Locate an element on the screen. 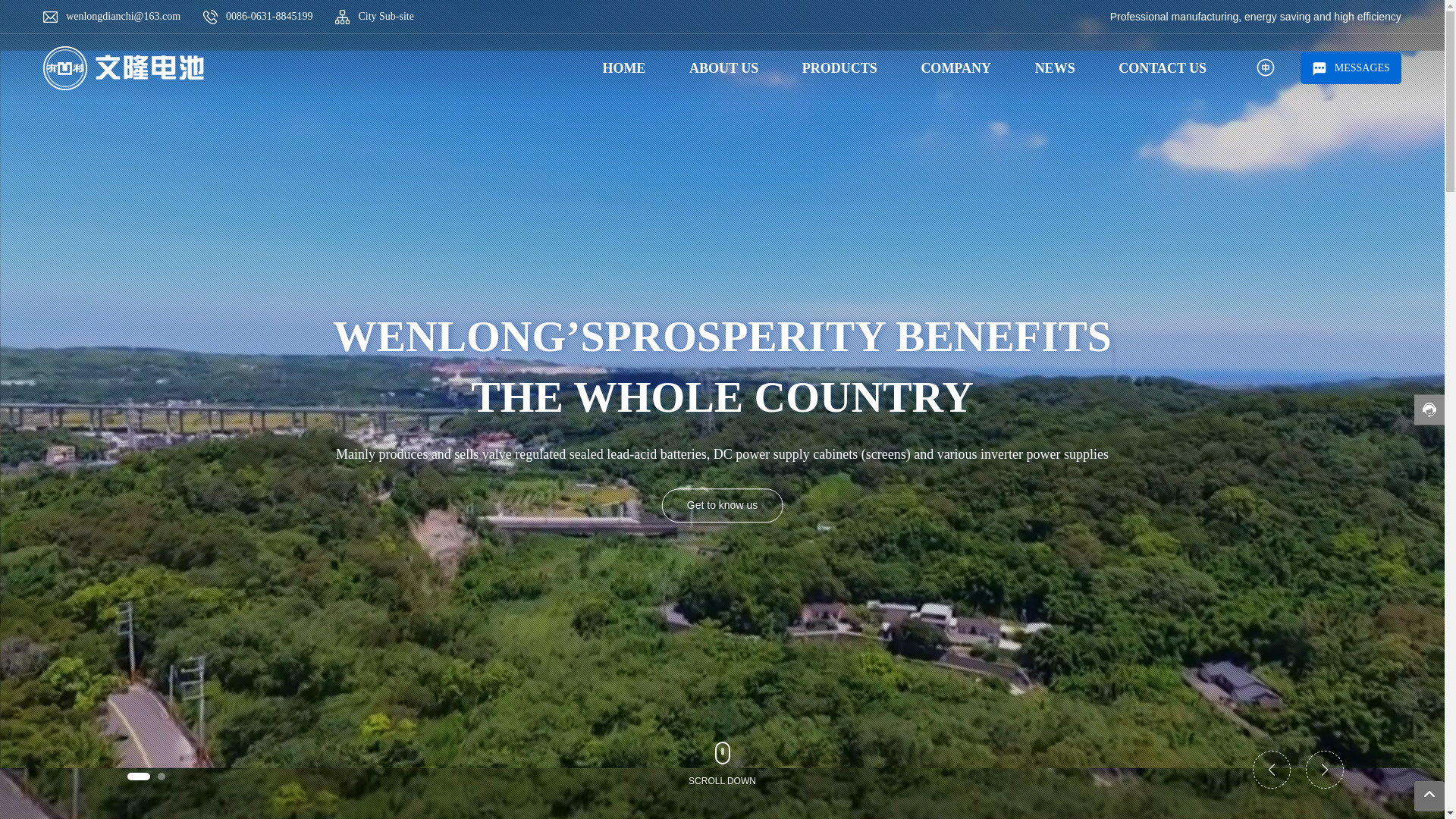 This screenshot has width=1456, height=819. 'wenlongdianchi@163.com' is located at coordinates (123, 16).